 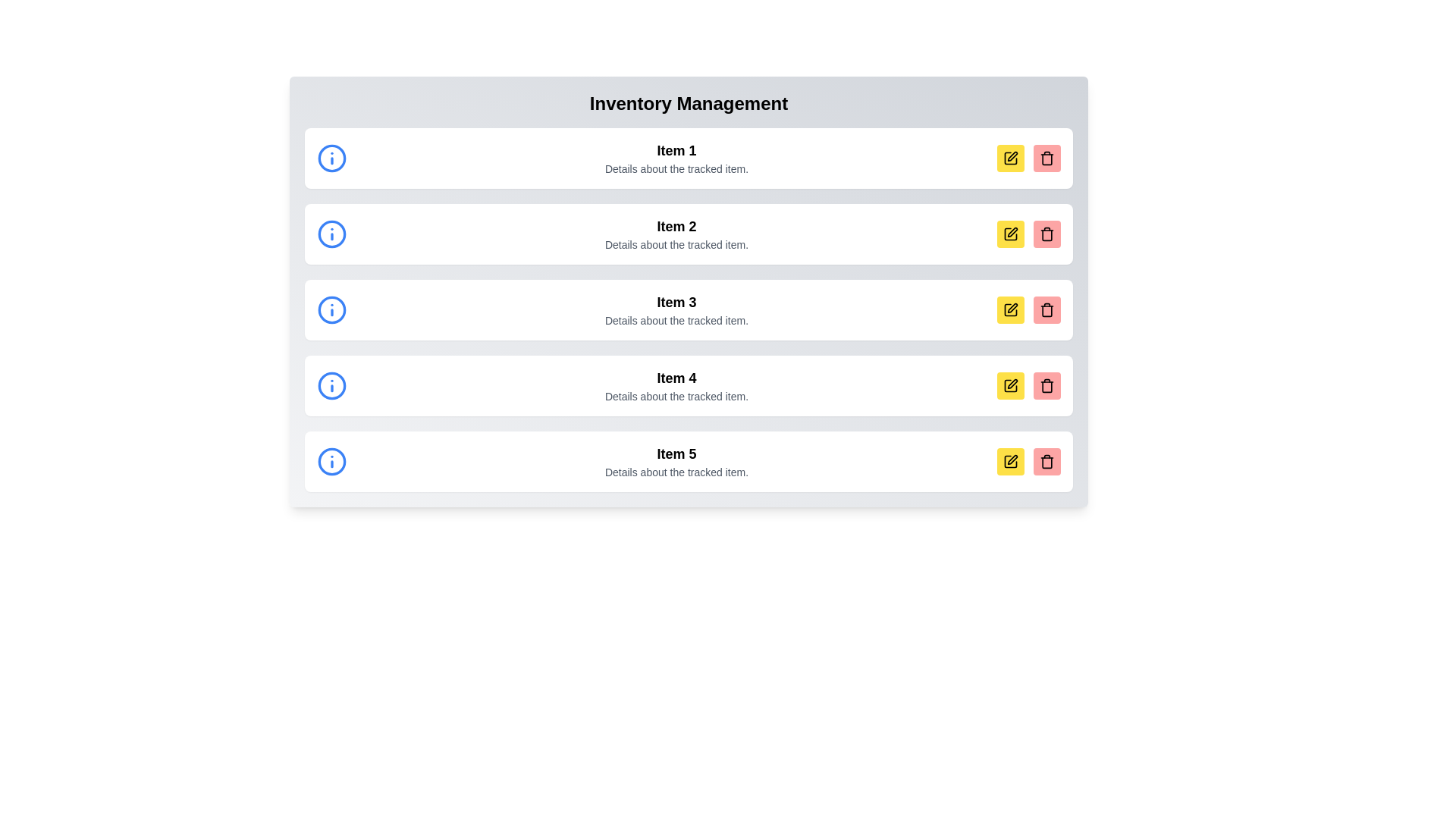 I want to click on the button group located to the right of 'Item 5', so click(x=1029, y=461).